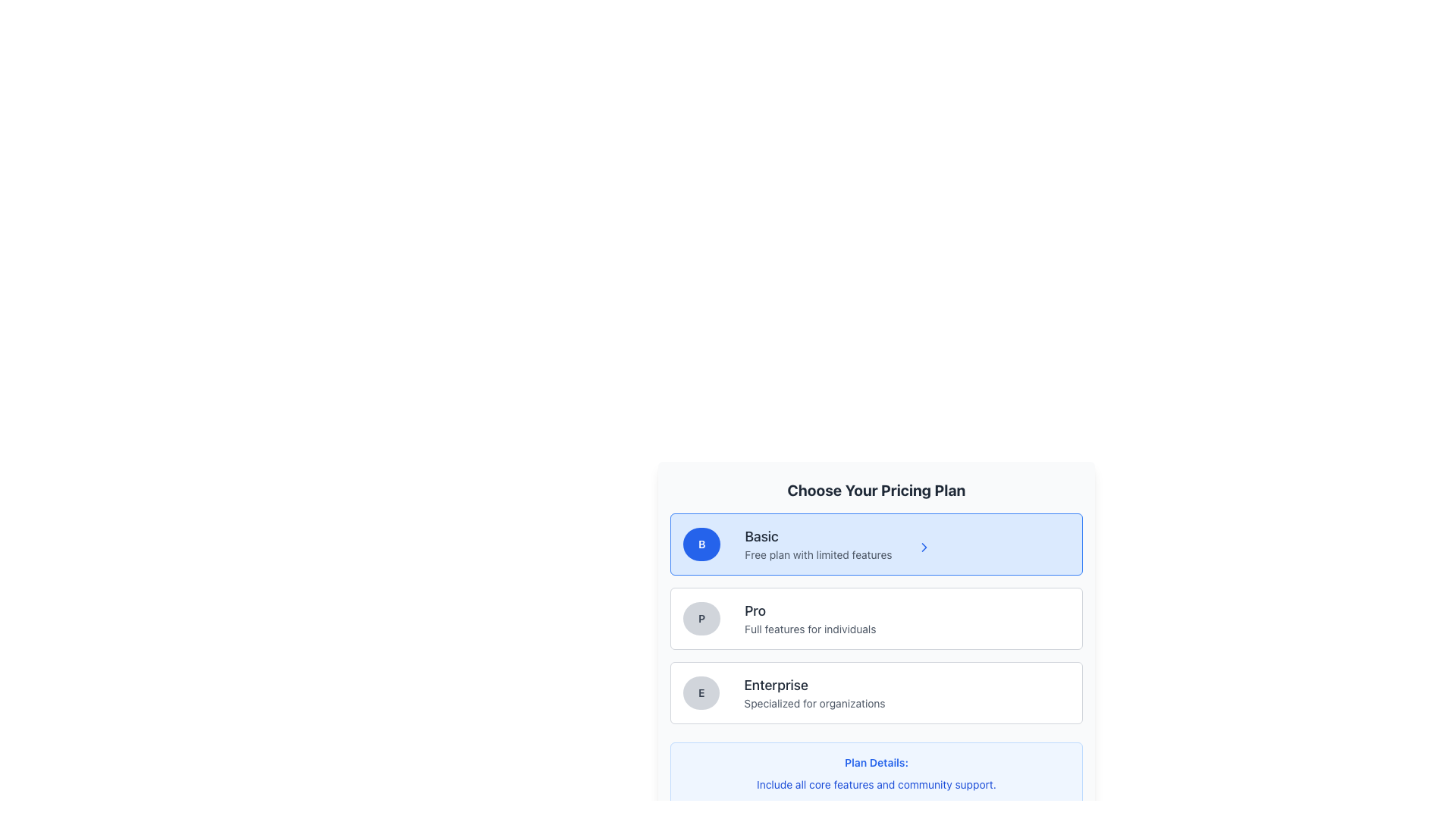 This screenshot has width=1456, height=819. Describe the element at coordinates (877, 693) in the screenshot. I see `the 'Enterprise' plan selection button, which is the third option in the vertically stacked list under 'Choose Your Pricing Plan'` at that location.